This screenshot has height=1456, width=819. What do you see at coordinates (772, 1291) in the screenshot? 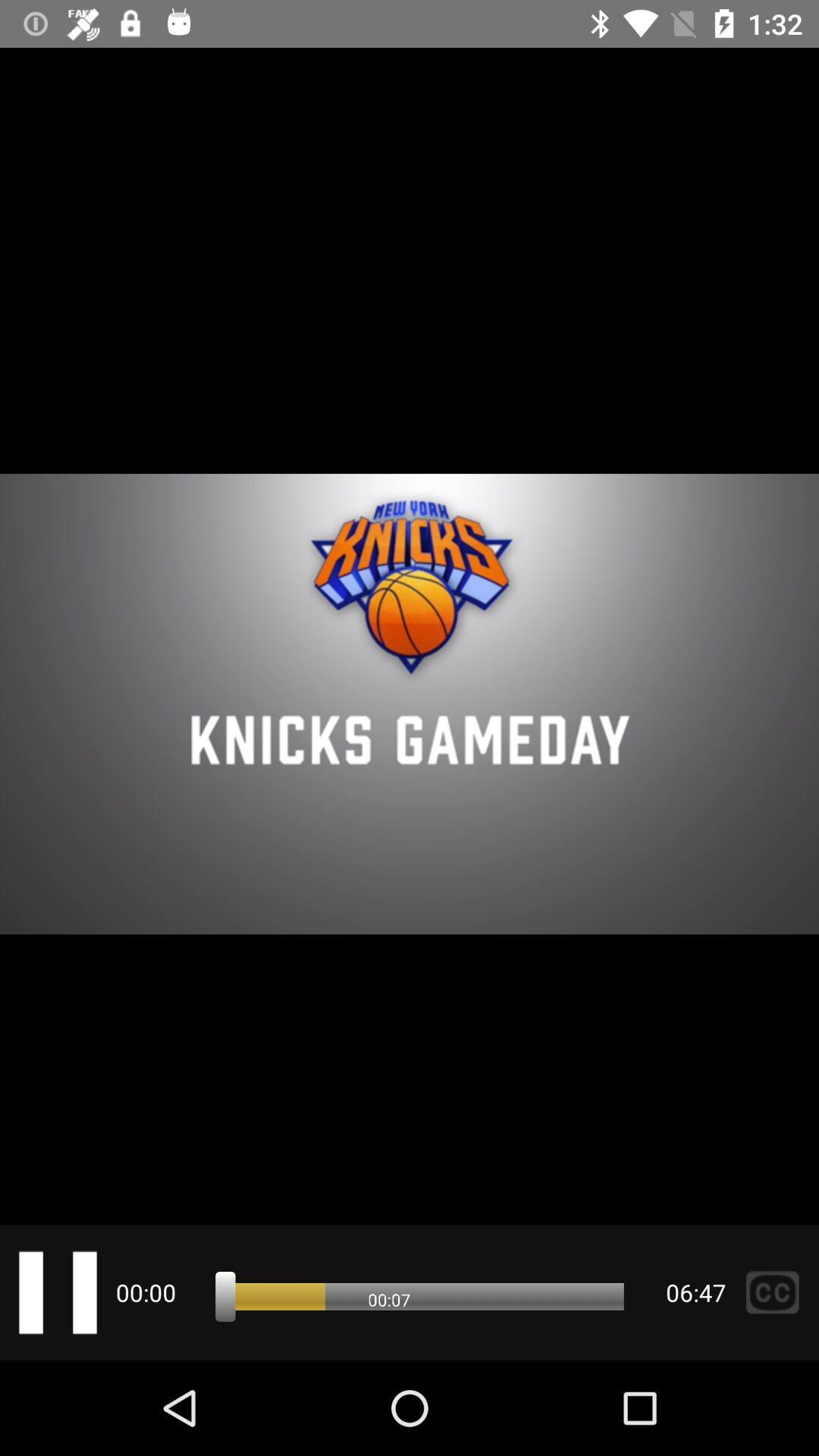
I see `the sliders icon` at bounding box center [772, 1291].